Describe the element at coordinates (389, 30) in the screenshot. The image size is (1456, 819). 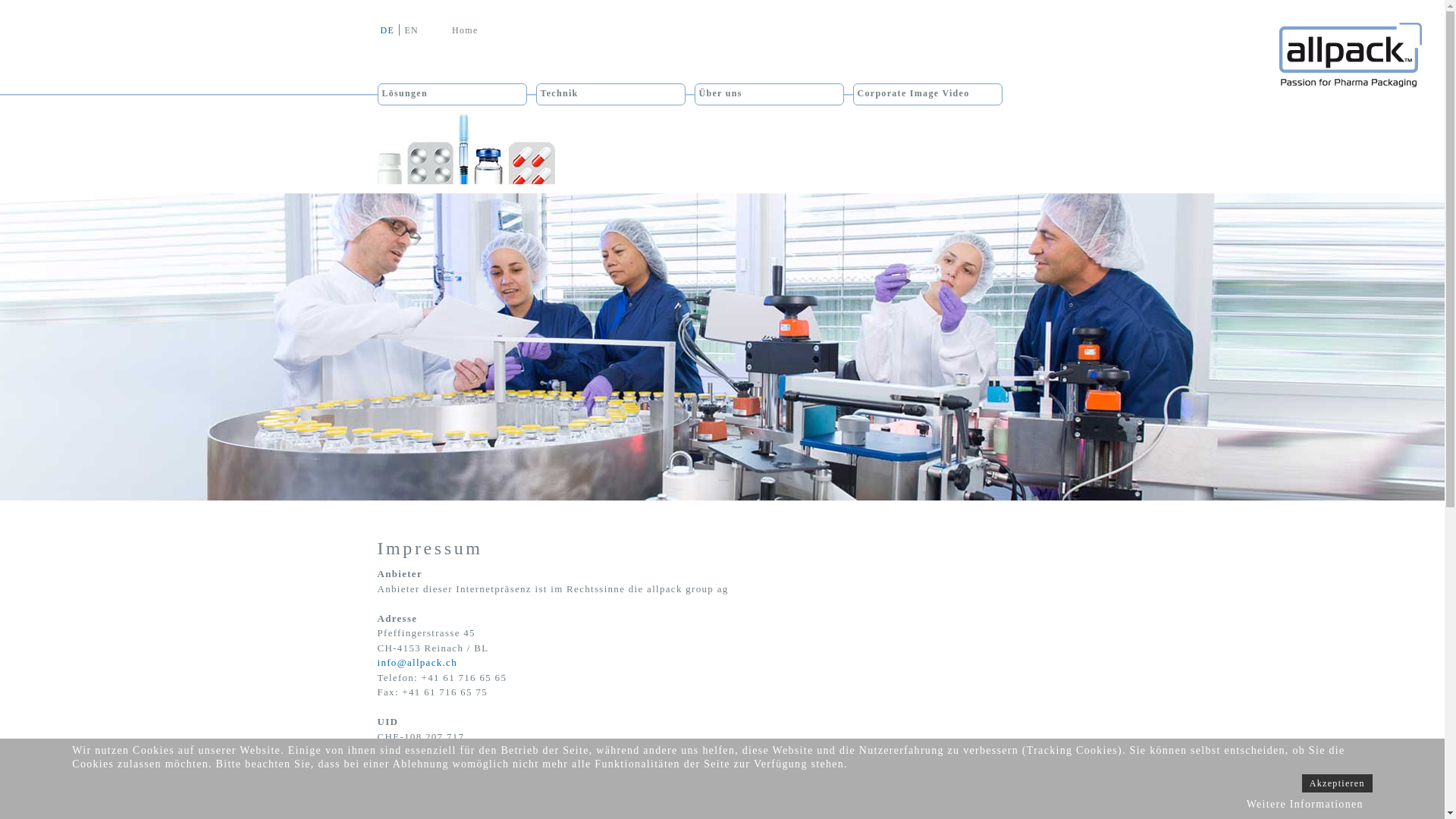
I see `'DE'` at that location.